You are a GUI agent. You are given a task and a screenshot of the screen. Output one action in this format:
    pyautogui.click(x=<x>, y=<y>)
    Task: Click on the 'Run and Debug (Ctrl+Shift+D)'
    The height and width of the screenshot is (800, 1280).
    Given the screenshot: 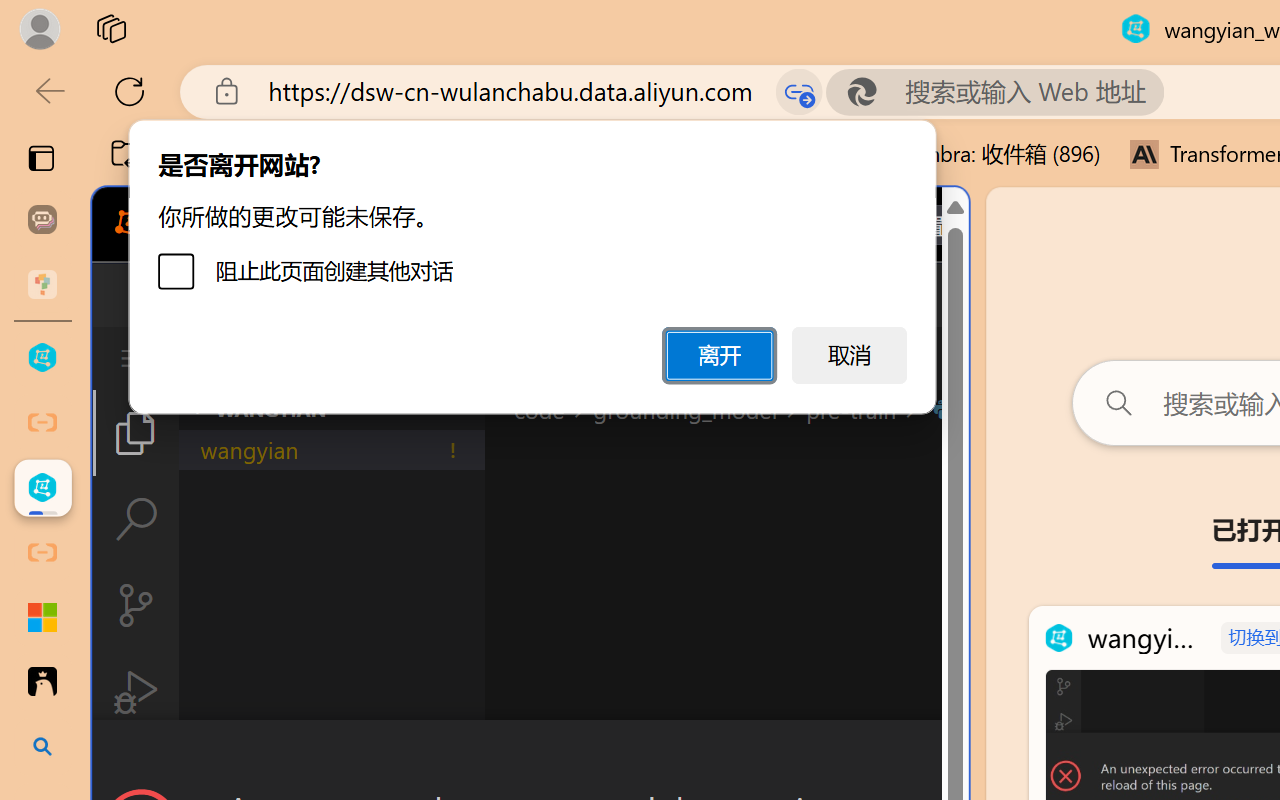 What is the action you would take?
    pyautogui.click(x=134, y=692)
    